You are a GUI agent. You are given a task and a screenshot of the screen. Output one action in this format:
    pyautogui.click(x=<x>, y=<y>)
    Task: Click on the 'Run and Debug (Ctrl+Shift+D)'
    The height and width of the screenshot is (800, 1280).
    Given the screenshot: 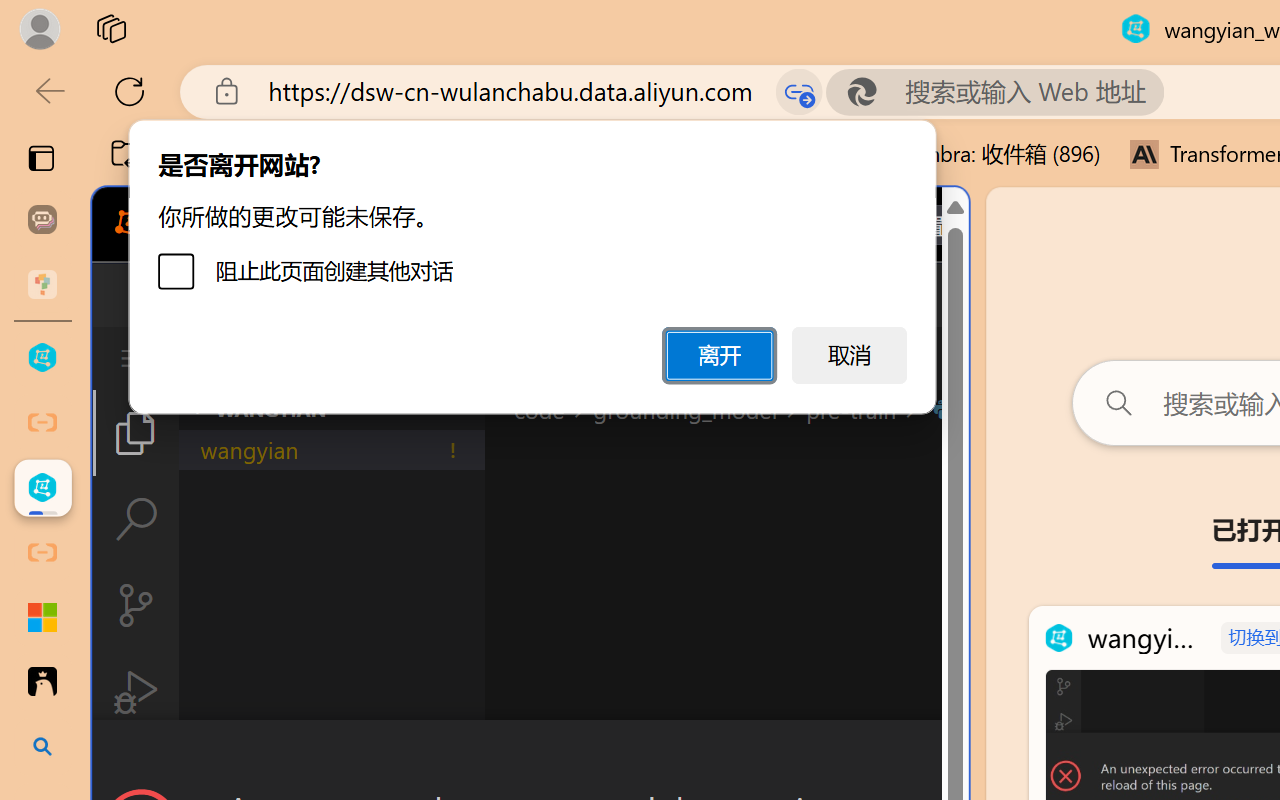 What is the action you would take?
    pyautogui.click(x=134, y=692)
    